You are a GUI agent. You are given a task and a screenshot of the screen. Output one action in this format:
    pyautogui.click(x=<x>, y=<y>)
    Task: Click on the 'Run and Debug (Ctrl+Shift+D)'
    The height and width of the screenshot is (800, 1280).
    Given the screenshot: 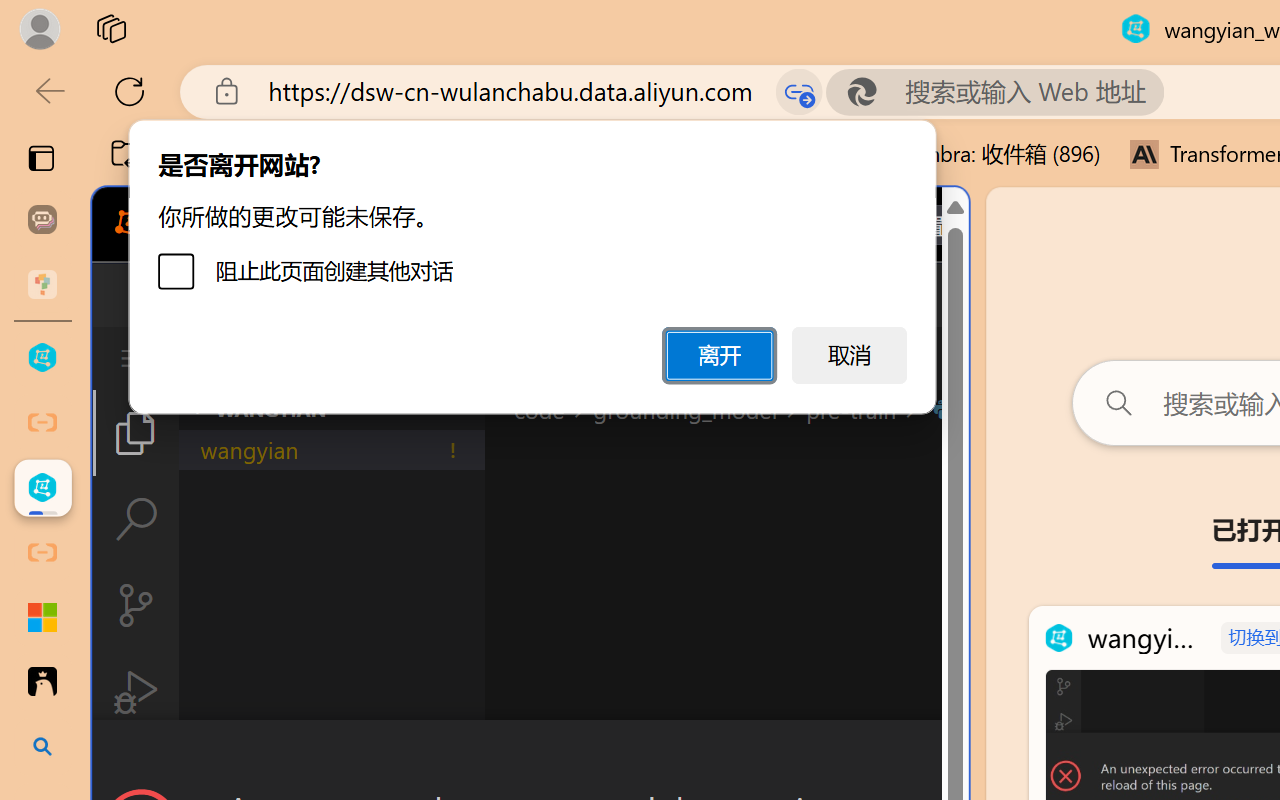 What is the action you would take?
    pyautogui.click(x=134, y=692)
    